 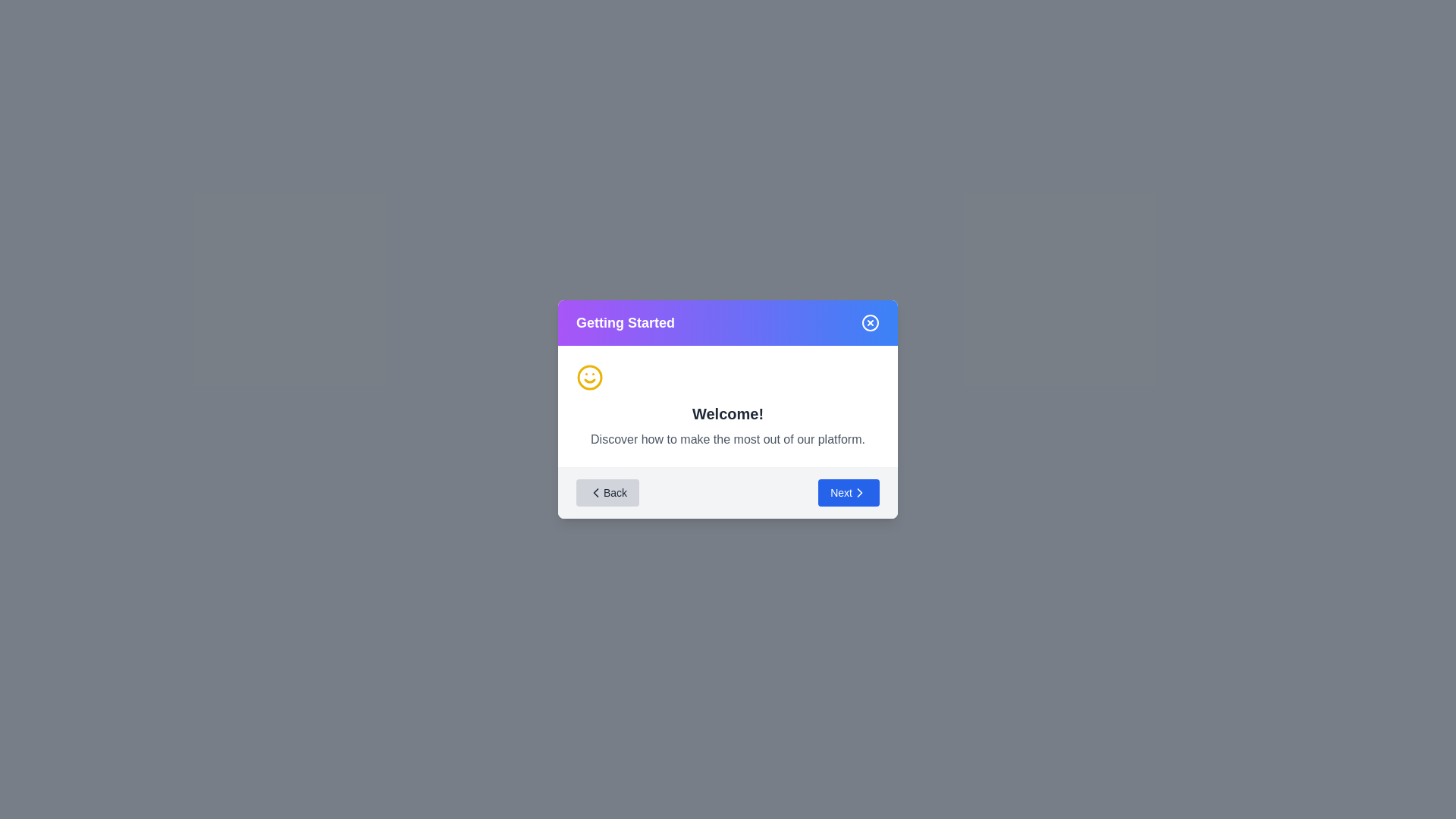 I want to click on the rightward chevron arrow icon located to the right of the 'Next' button at the bottom-right of the dialog box, so click(x=859, y=493).